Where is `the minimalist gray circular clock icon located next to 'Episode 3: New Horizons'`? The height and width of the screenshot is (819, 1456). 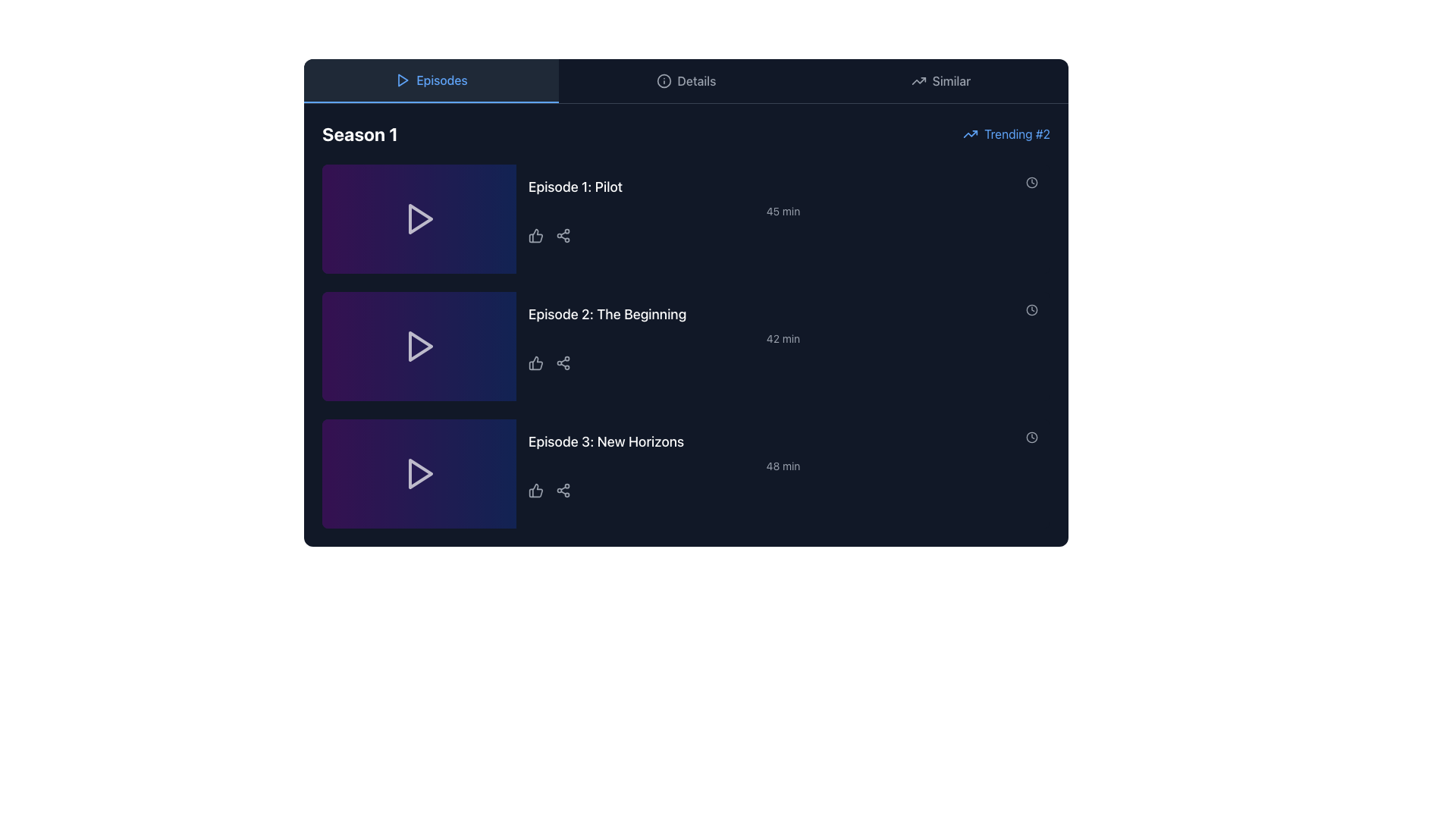
the minimalist gray circular clock icon located next to 'Episode 3: New Horizons' is located at coordinates (1031, 438).